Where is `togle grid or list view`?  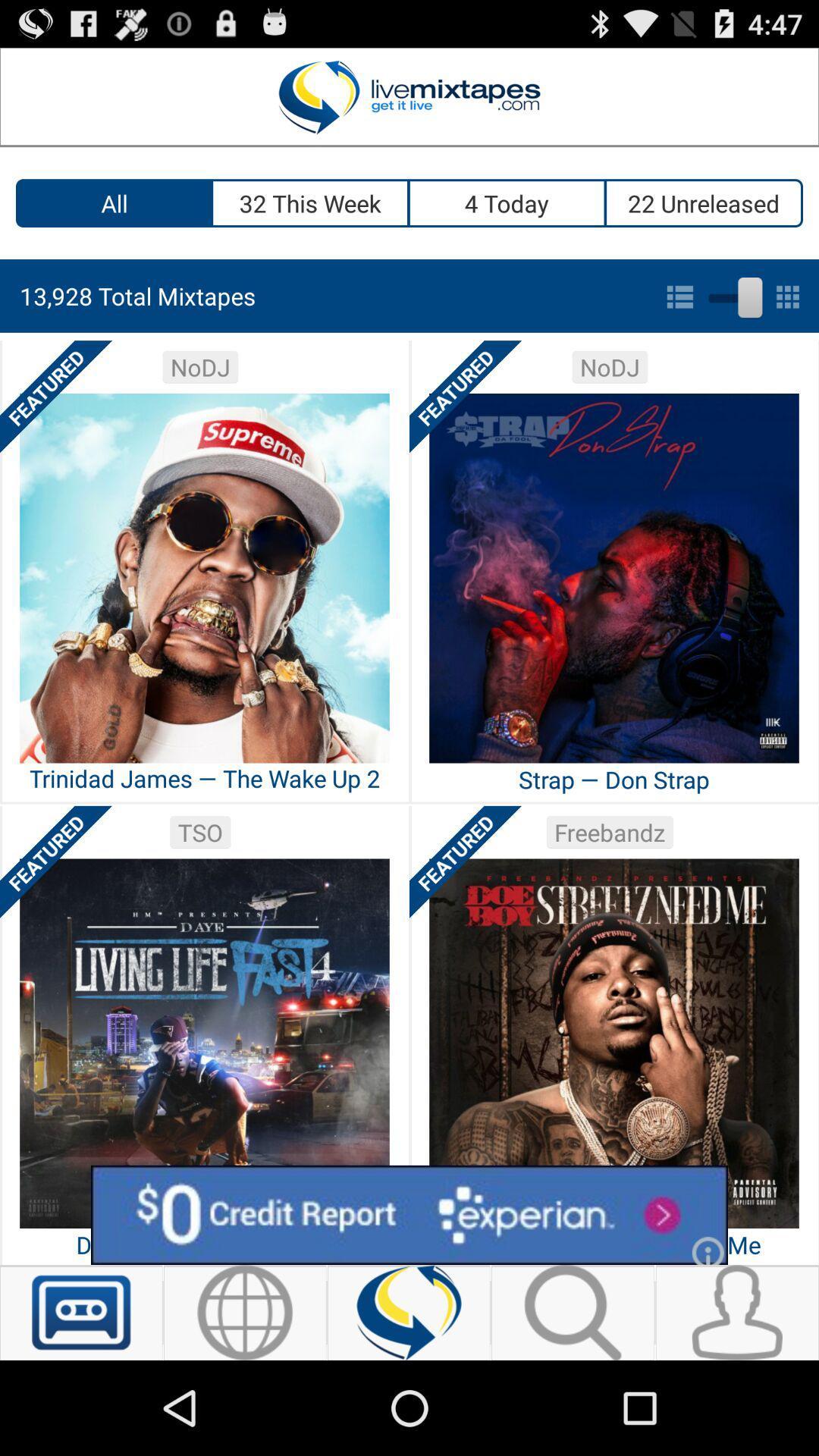 togle grid or list view is located at coordinates (732, 294).